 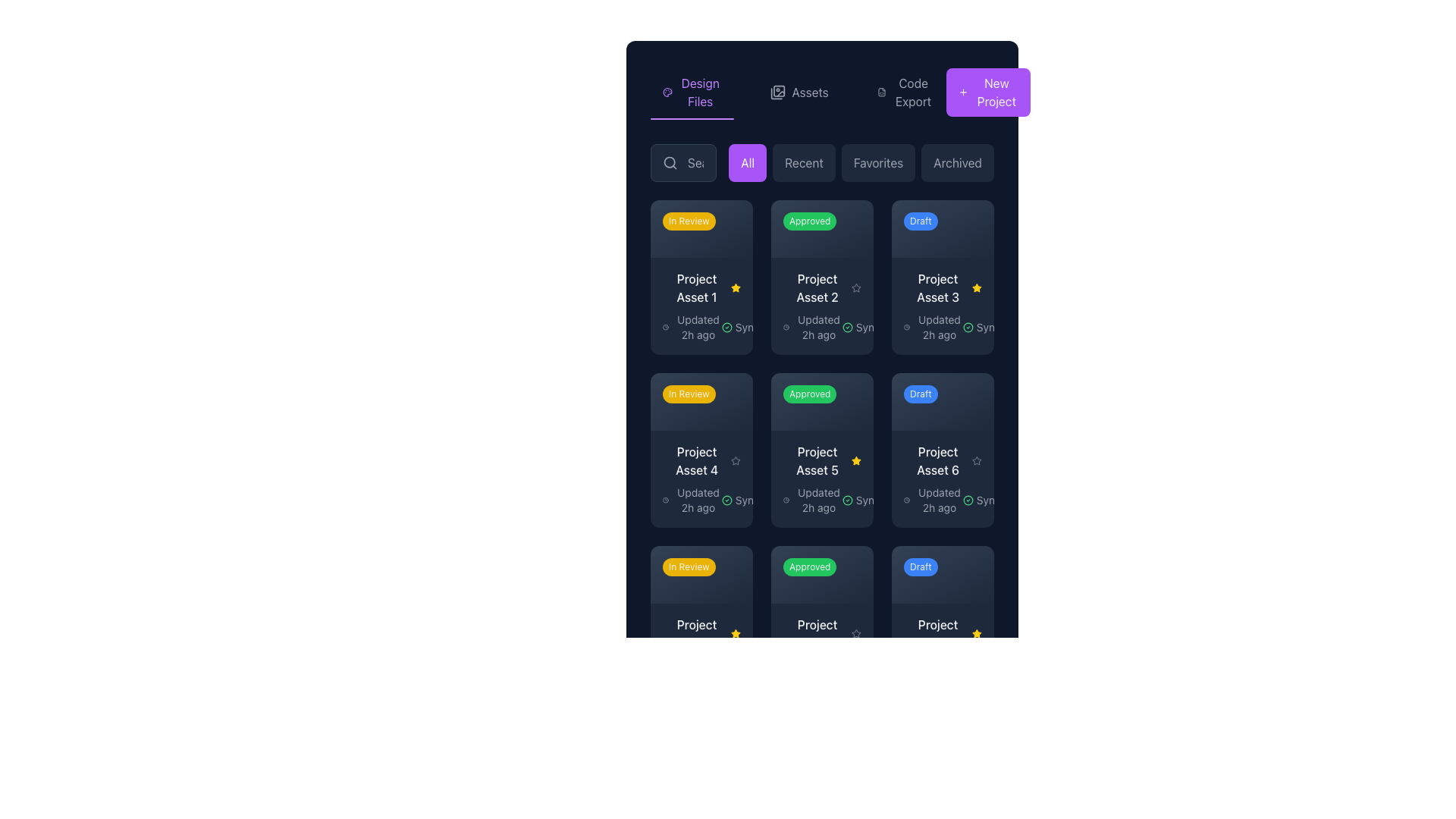 I want to click on informational indicator displaying 'Updated 2h ago' with a green checkmark and 'Synced' text, located in the second column and second row of the grid layout within the 'Project Asset 5' card, so click(x=821, y=500).